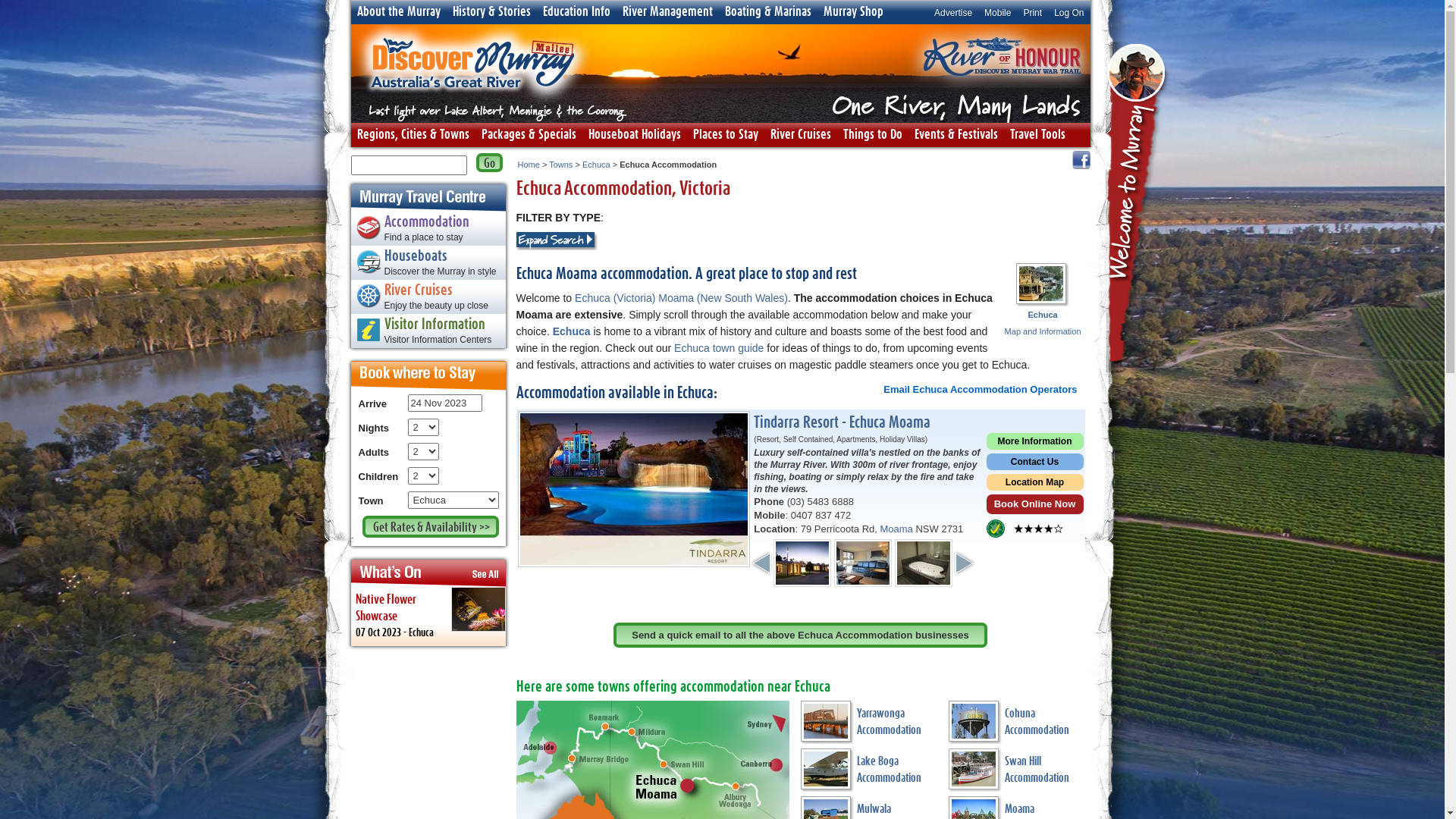 This screenshot has height=819, width=1456. Describe the element at coordinates (1015, 284) in the screenshot. I see `'Echuca map and information'` at that location.